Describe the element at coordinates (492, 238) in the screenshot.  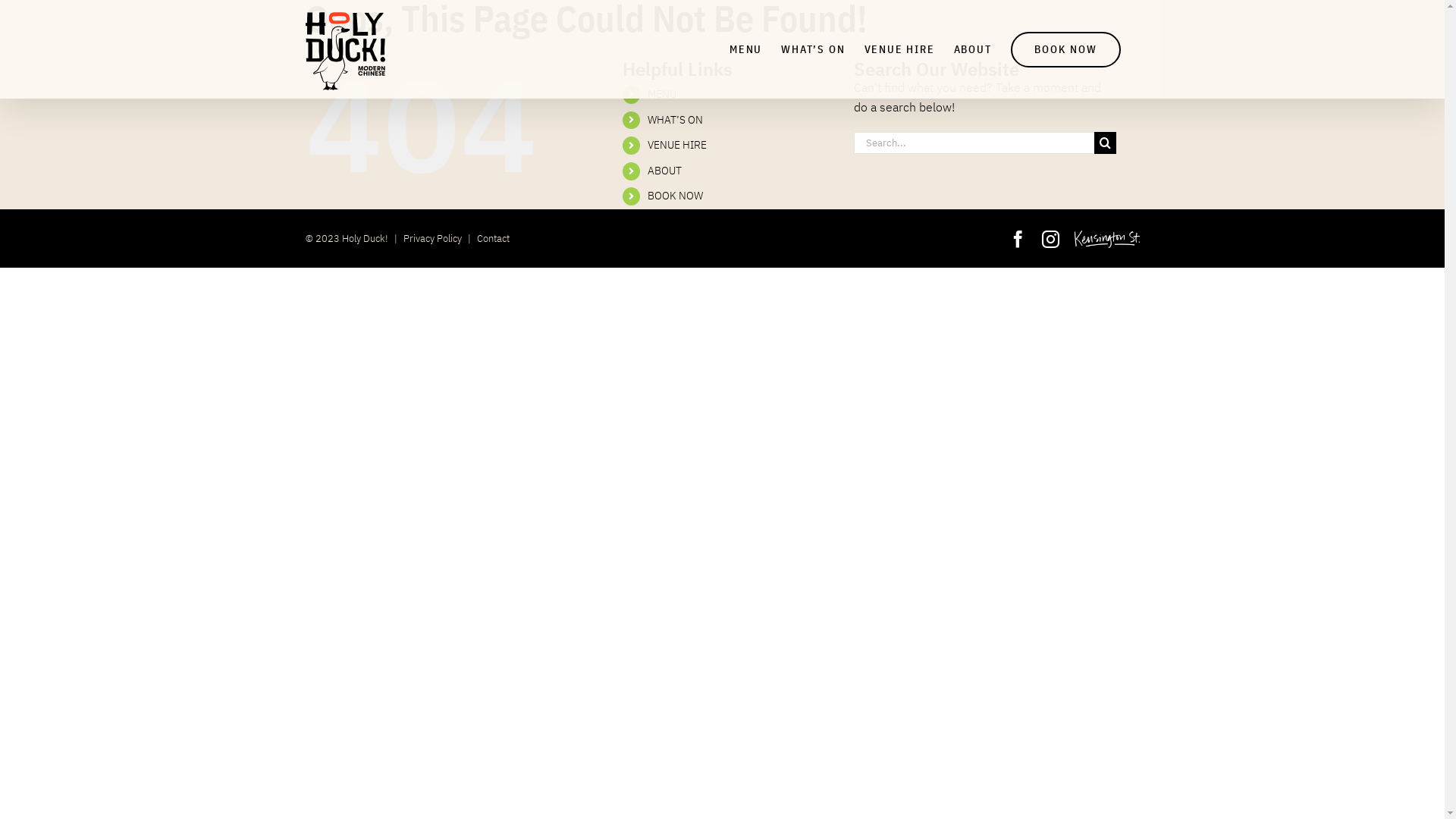
I see `'Contact'` at that location.